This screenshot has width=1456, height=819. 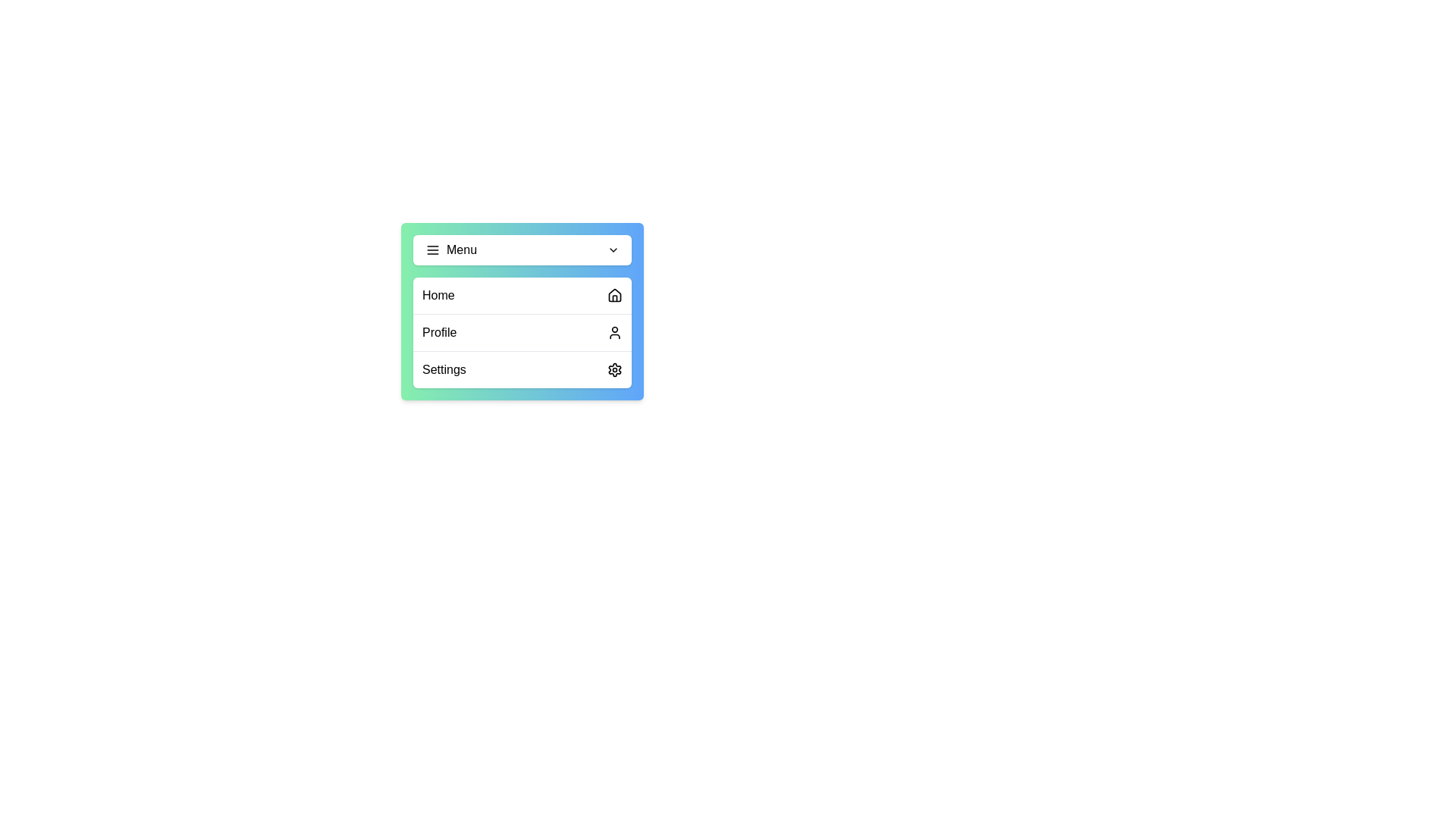 I want to click on the 'Home' option in the menu, so click(x=522, y=295).